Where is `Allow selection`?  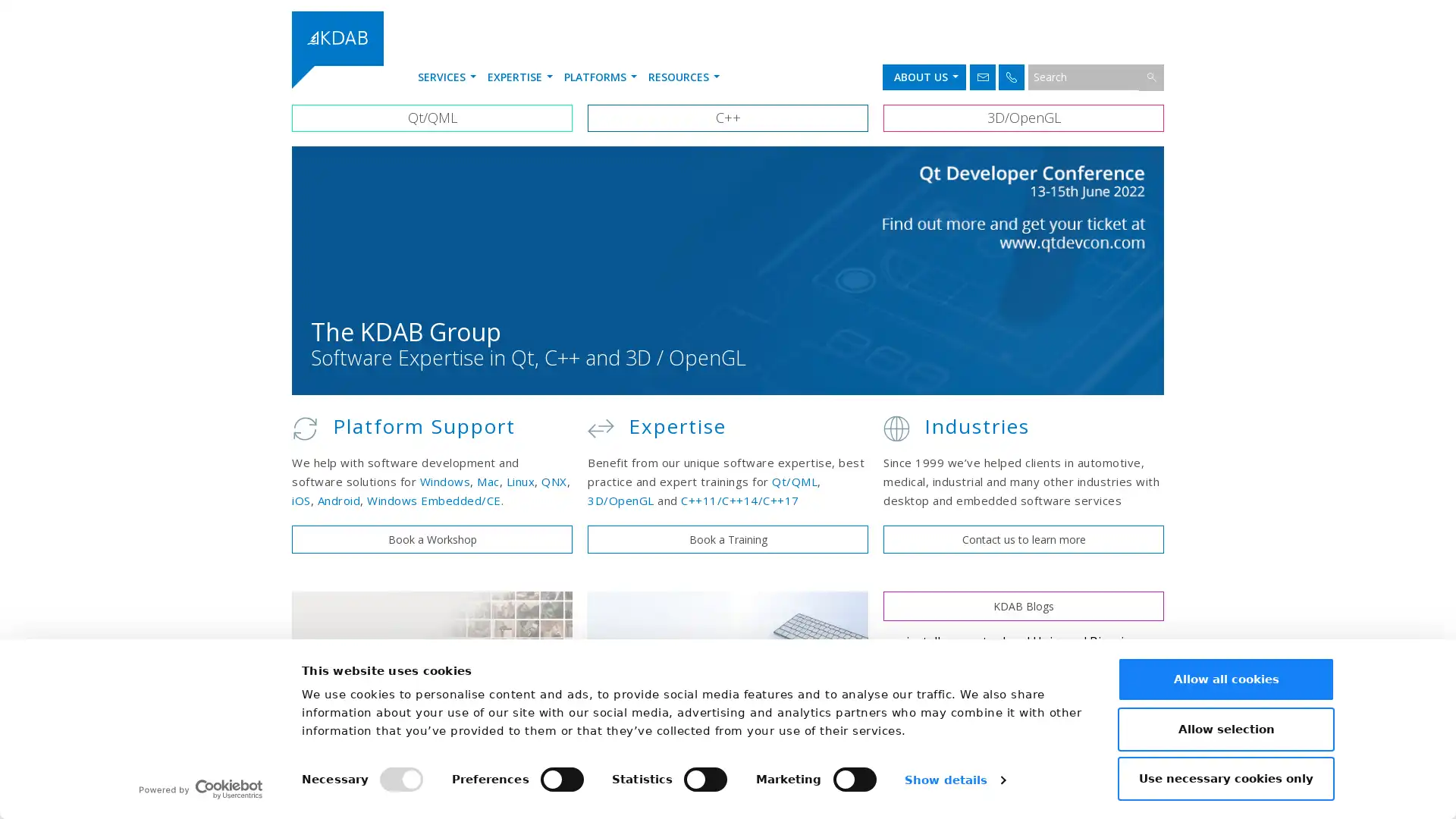
Allow selection is located at coordinates (1226, 727).